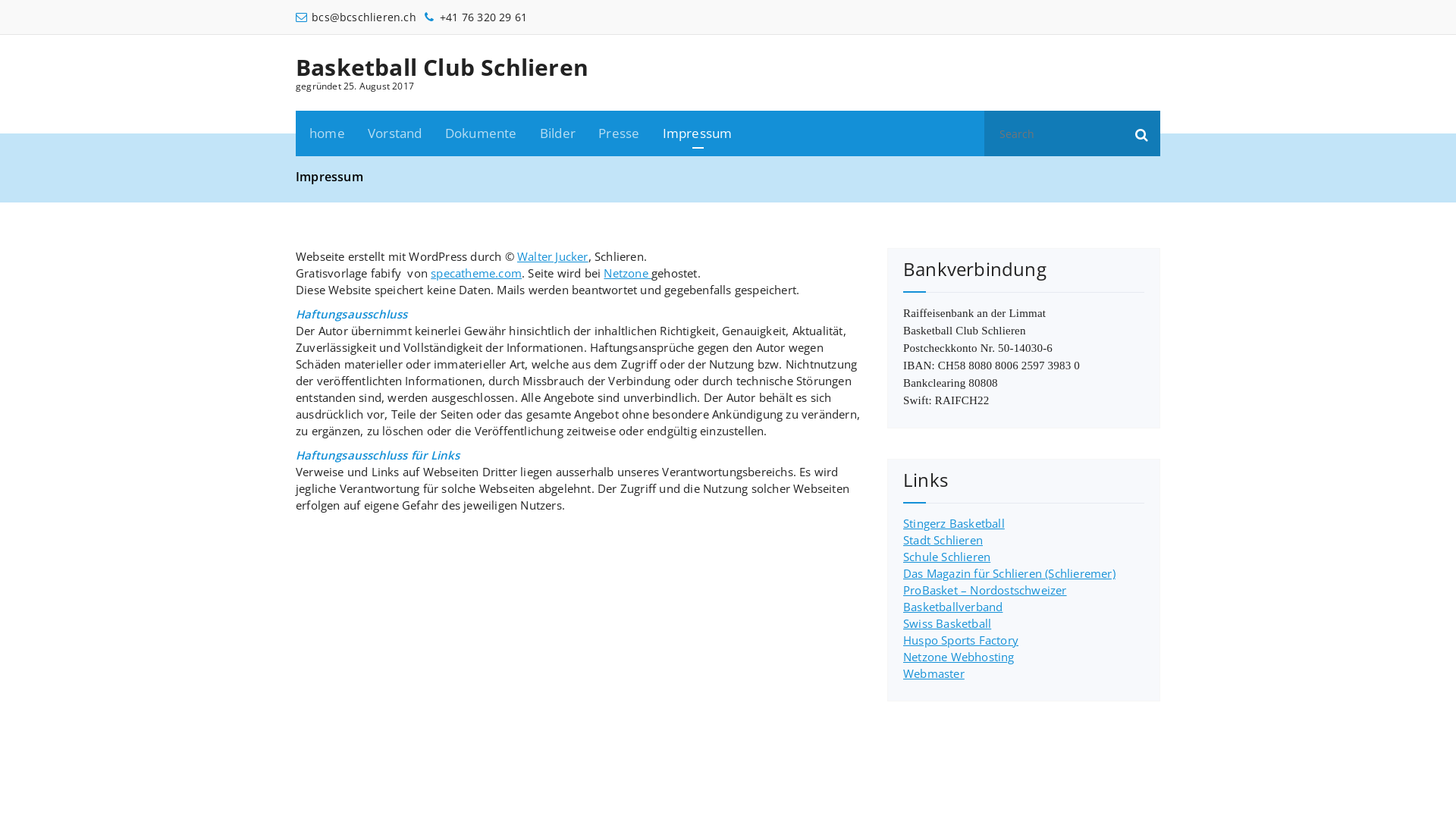  What do you see at coordinates (355, 17) in the screenshot?
I see `'bcs@bcschlieren.ch'` at bounding box center [355, 17].